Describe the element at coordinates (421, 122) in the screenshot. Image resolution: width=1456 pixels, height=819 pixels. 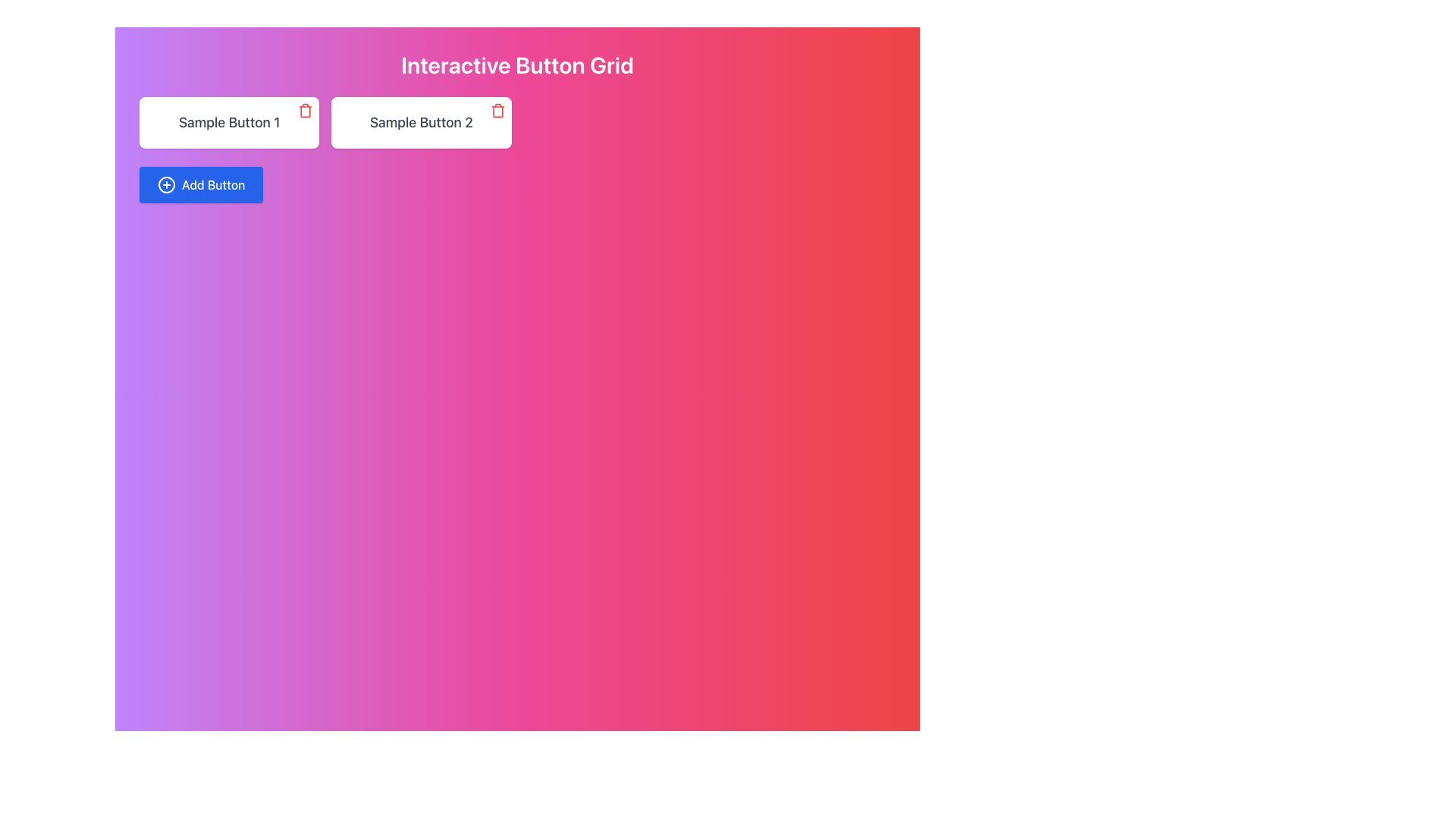
I see `the button located in the upper row of the grid layout, which is the second button from the left, positioned to the right of 'Sample Button 1' and above the blue 'Add Button'` at that location.